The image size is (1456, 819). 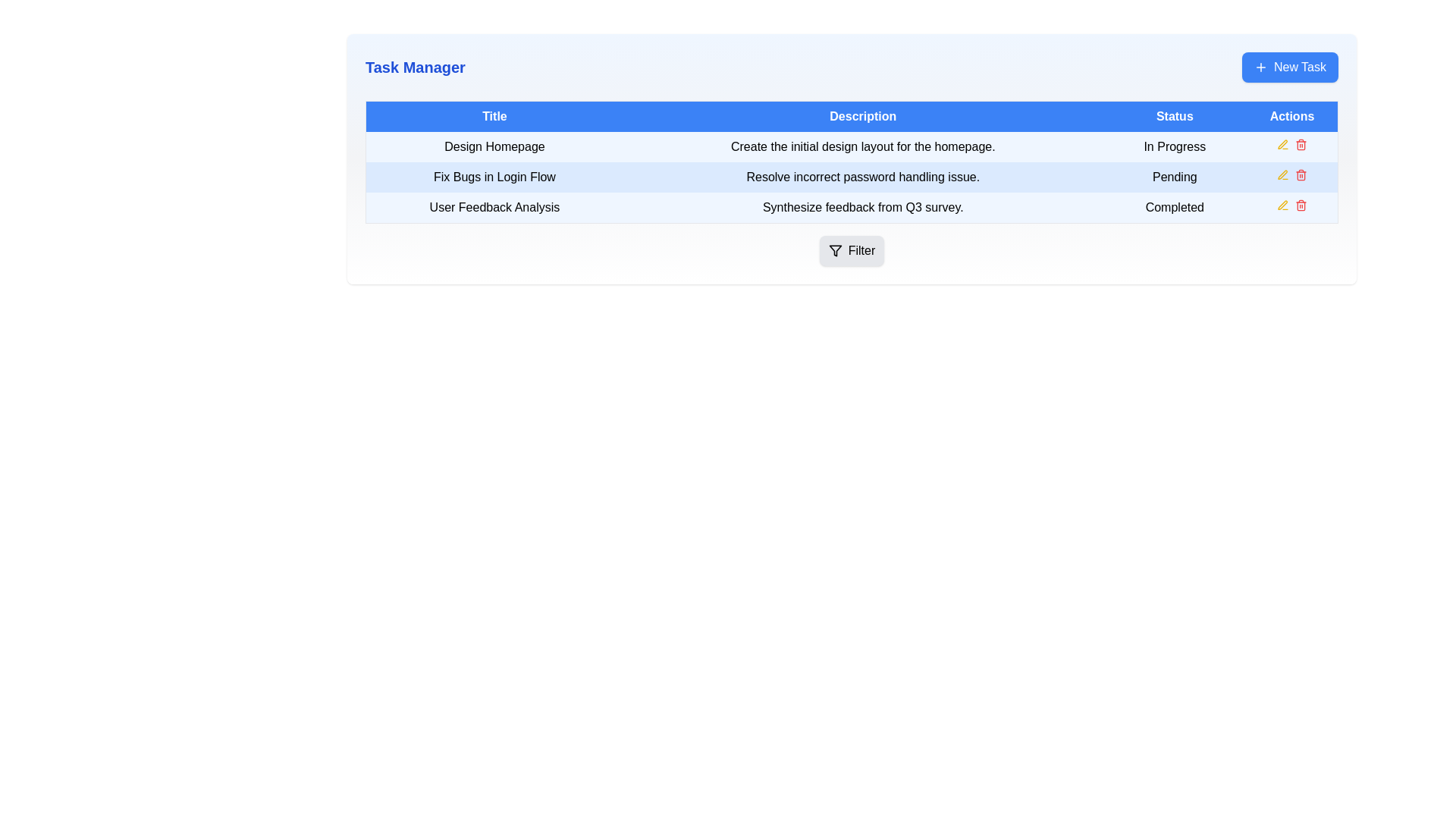 What do you see at coordinates (494, 208) in the screenshot?
I see `text of the title label in the third row of the task manager interface, located under the 'Title' column, which is adjacent to 'Synthesize feedback from Q3 survey'` at bounding box center [494, 208].